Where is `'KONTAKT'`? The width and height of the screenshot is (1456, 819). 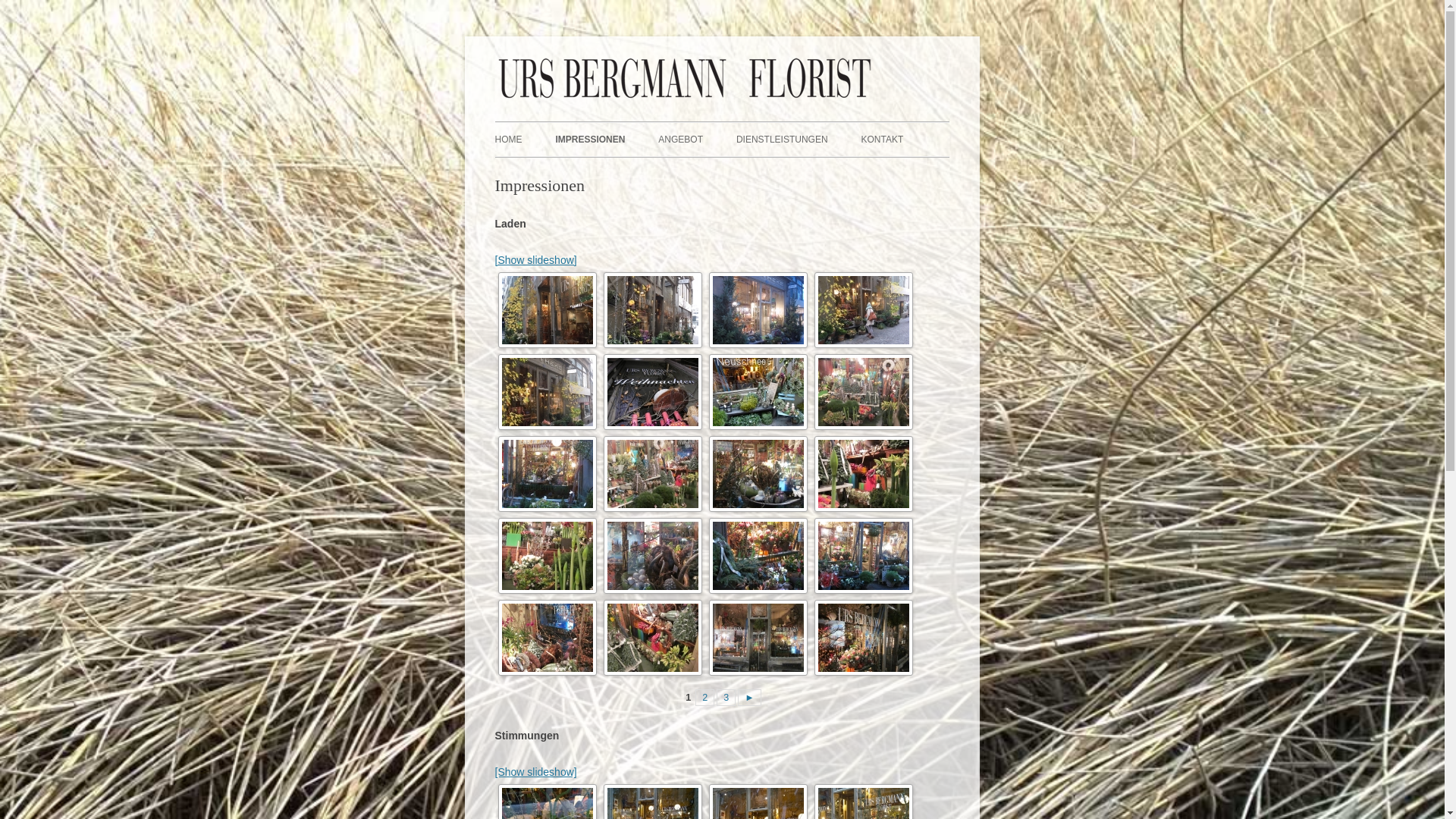
'KONTAKT' is located at coordinates (881, 140).